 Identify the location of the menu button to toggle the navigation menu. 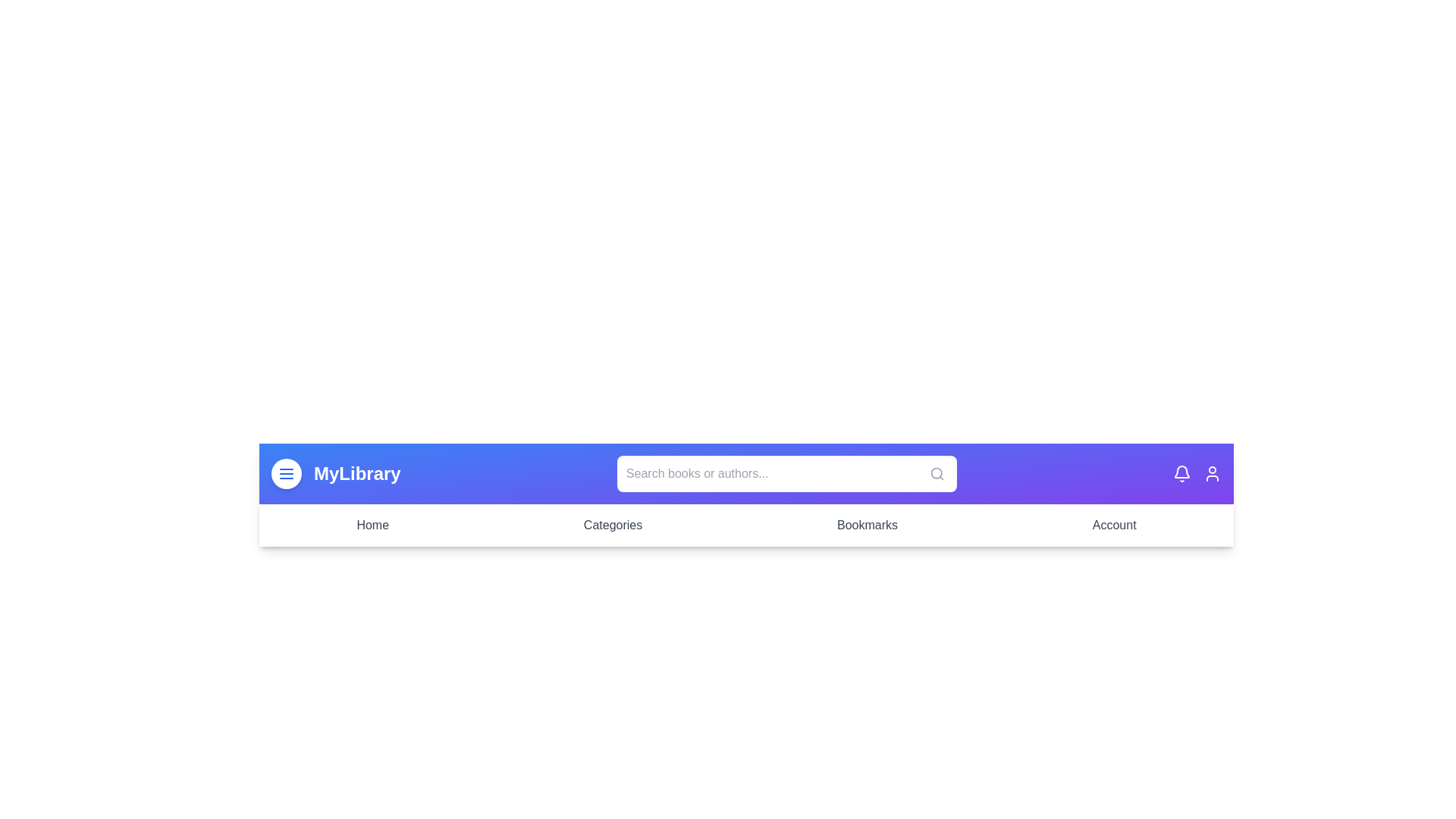
(287, 472).